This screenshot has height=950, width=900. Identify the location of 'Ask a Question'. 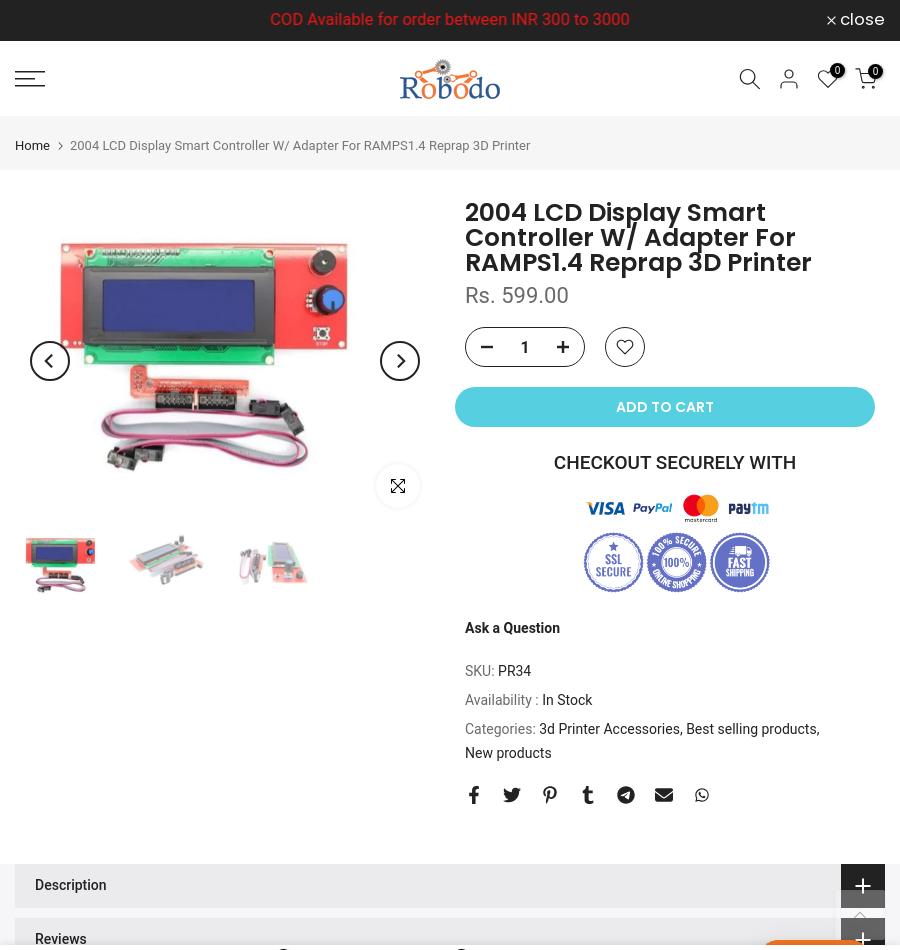
(511, 627).